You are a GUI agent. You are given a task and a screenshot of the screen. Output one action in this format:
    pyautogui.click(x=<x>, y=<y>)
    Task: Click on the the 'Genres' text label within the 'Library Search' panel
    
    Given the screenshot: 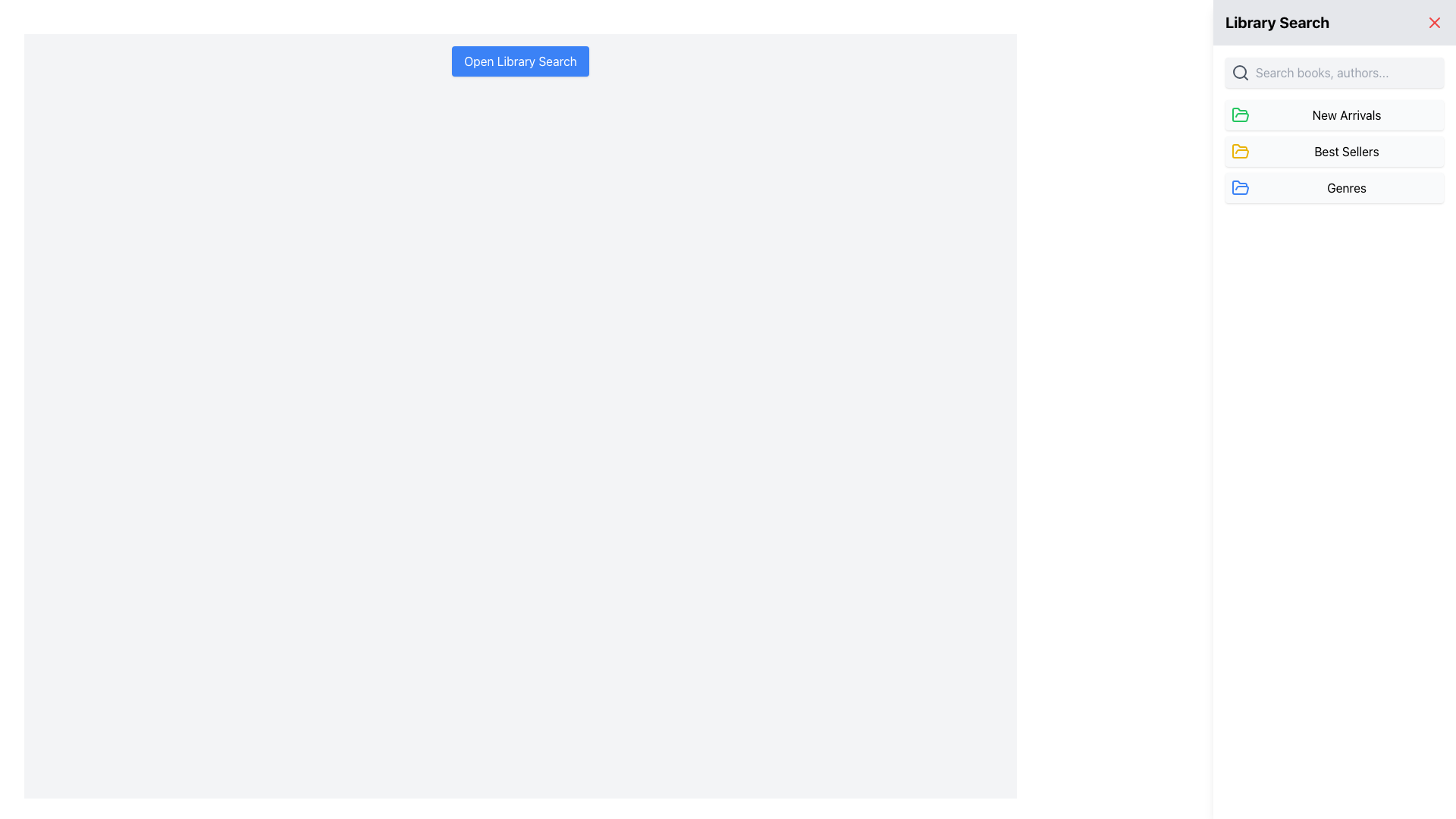 What is the action you would take?
    pyautogui.click(x=1347, y=187)
    